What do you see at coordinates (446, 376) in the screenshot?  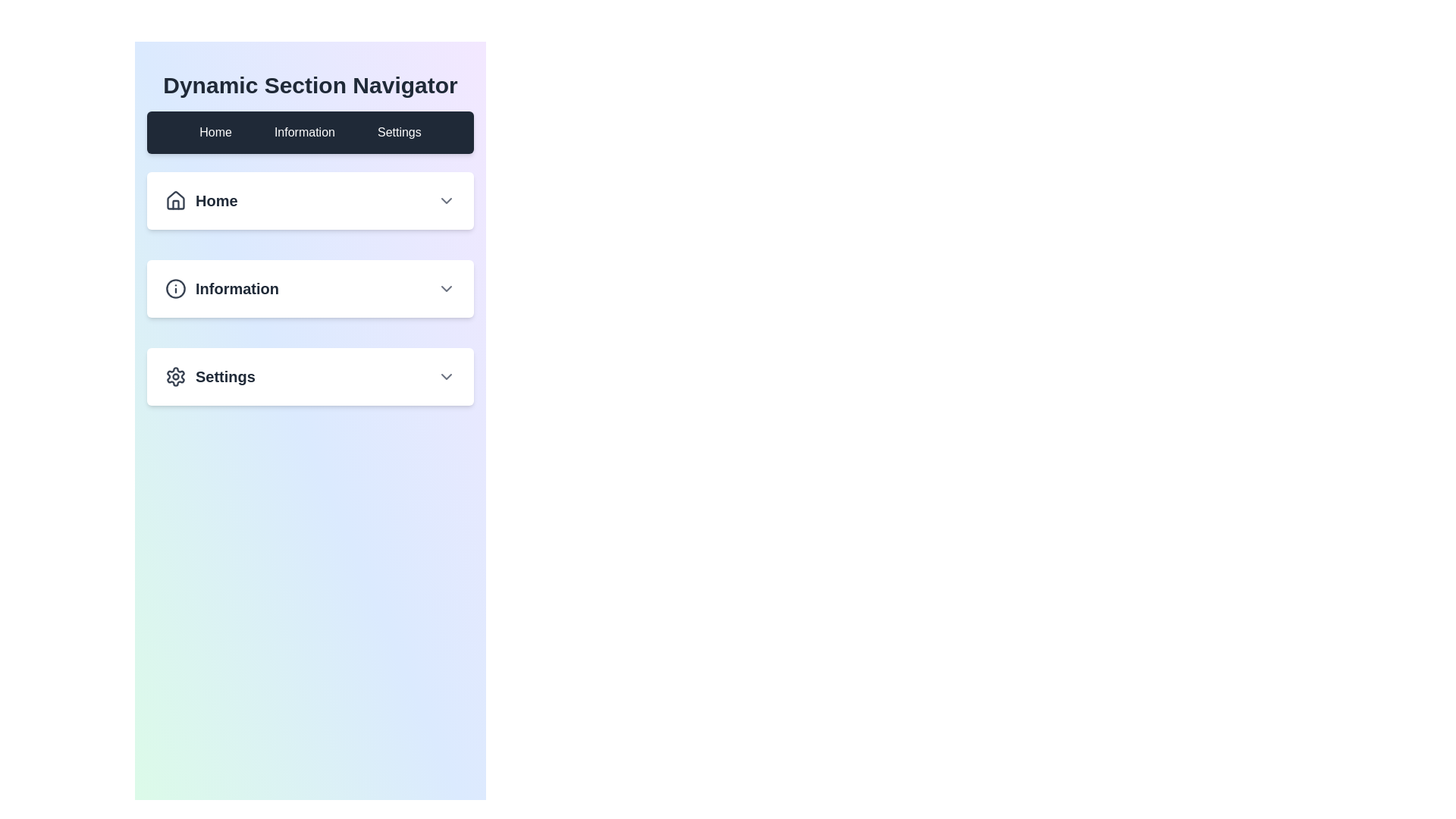 I see `the Chevron icon at the end of the Settings row` at bounding box center [446, 376].